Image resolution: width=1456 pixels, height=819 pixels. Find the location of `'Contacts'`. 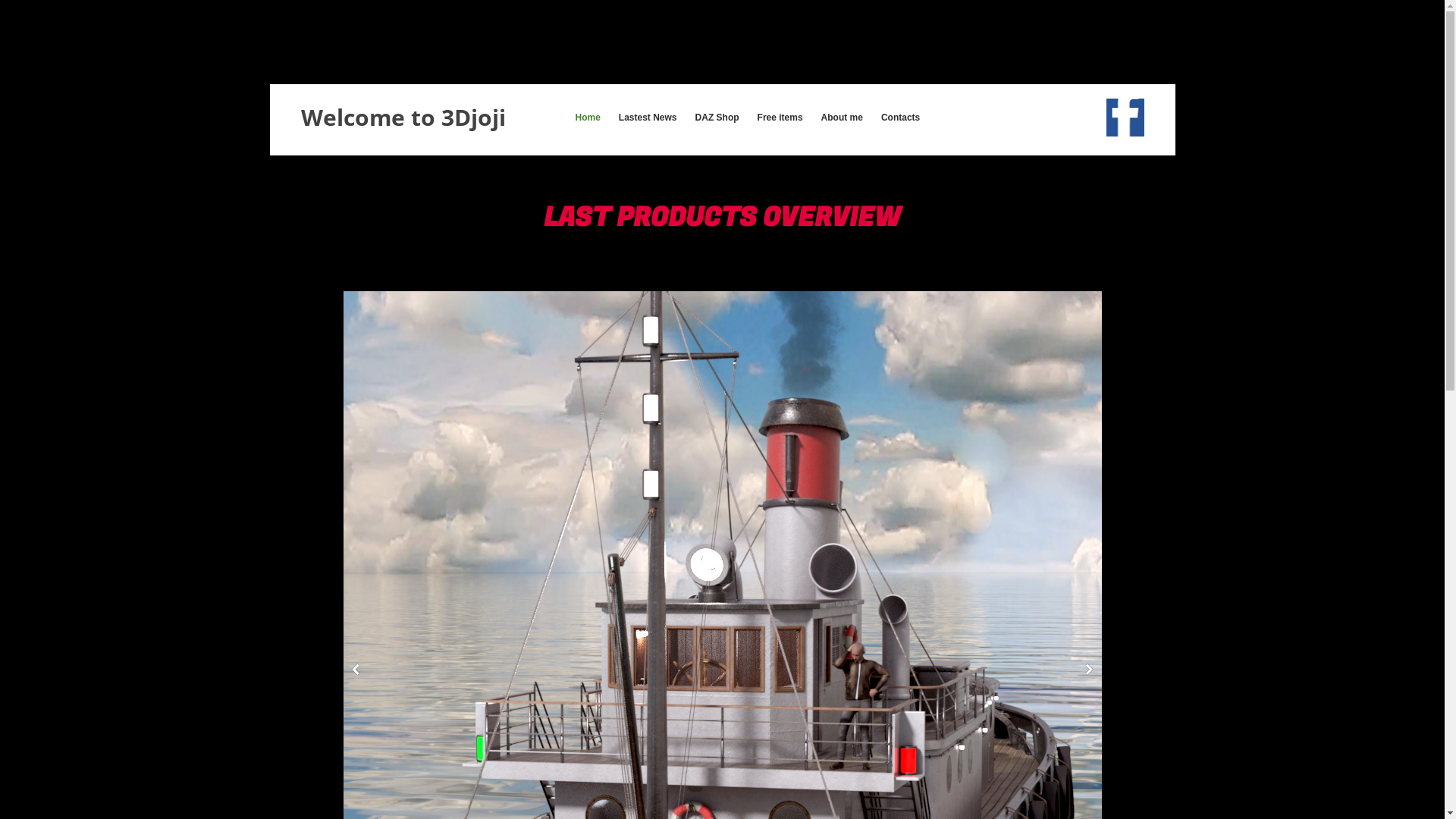

'Contacts' is located at coordinates (900, 116).